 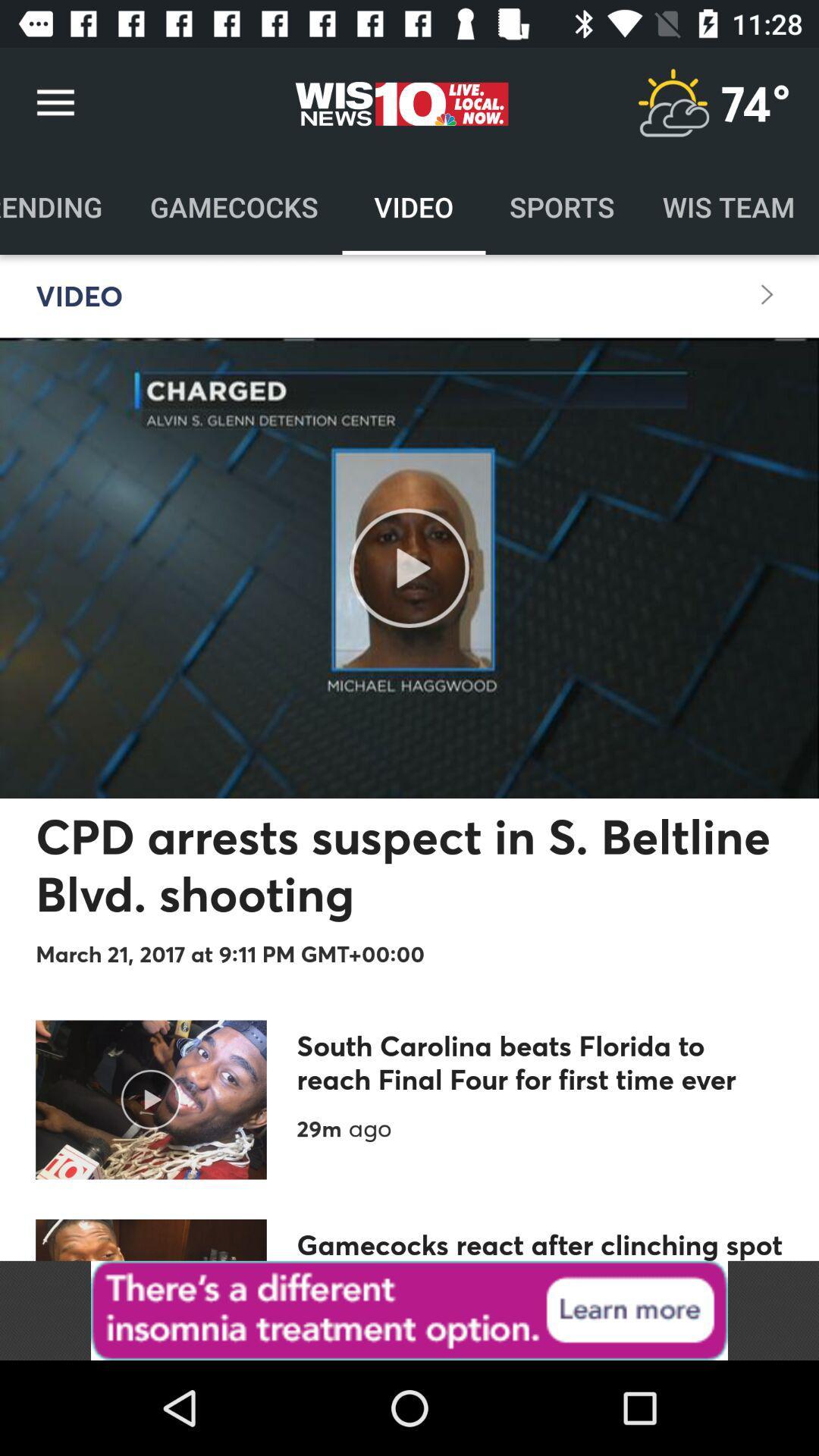 I want to click on advertisement, so click(x=409, y=1310).